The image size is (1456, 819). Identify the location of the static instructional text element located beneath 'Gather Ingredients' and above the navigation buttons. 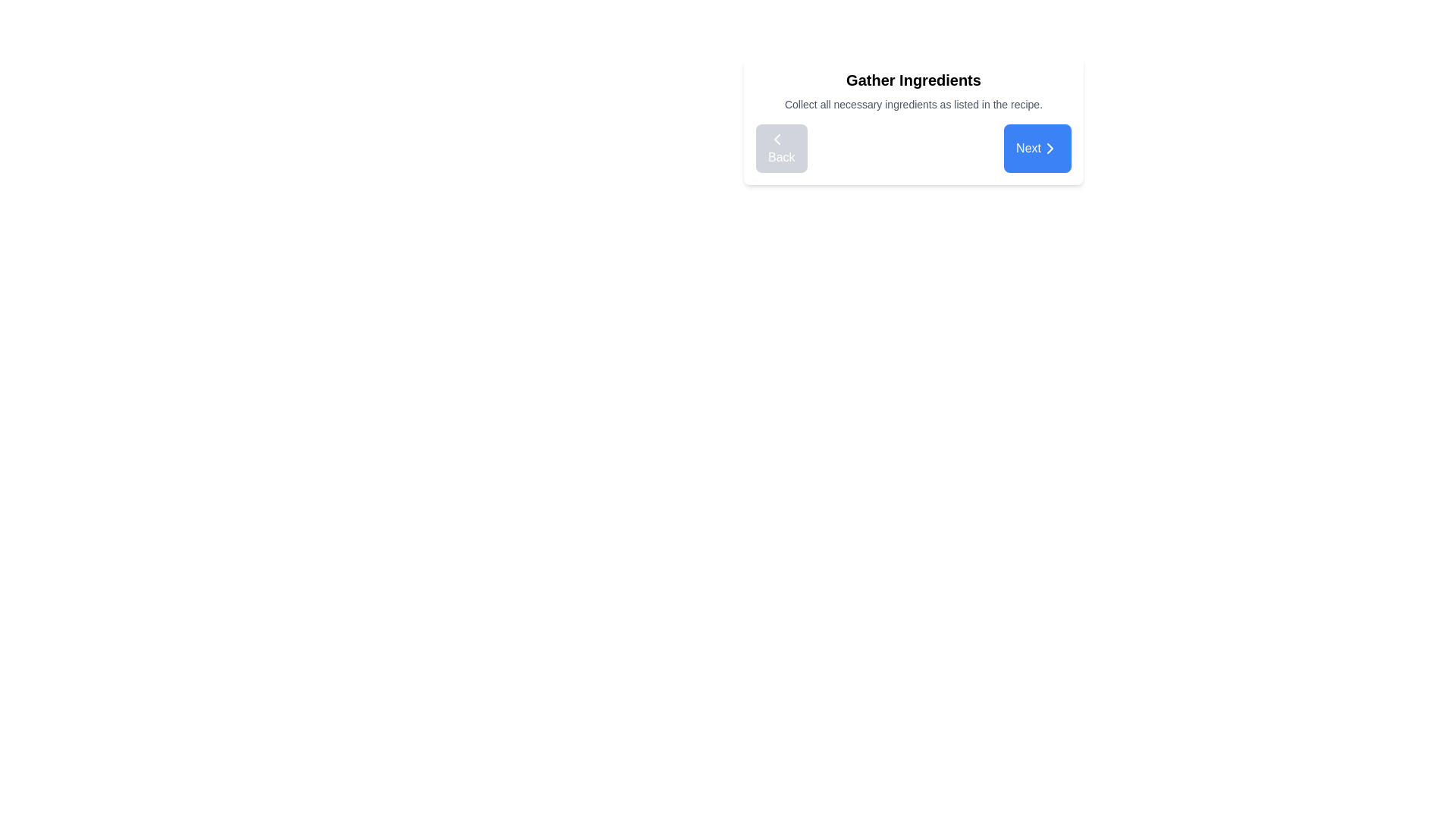
(912, 104).